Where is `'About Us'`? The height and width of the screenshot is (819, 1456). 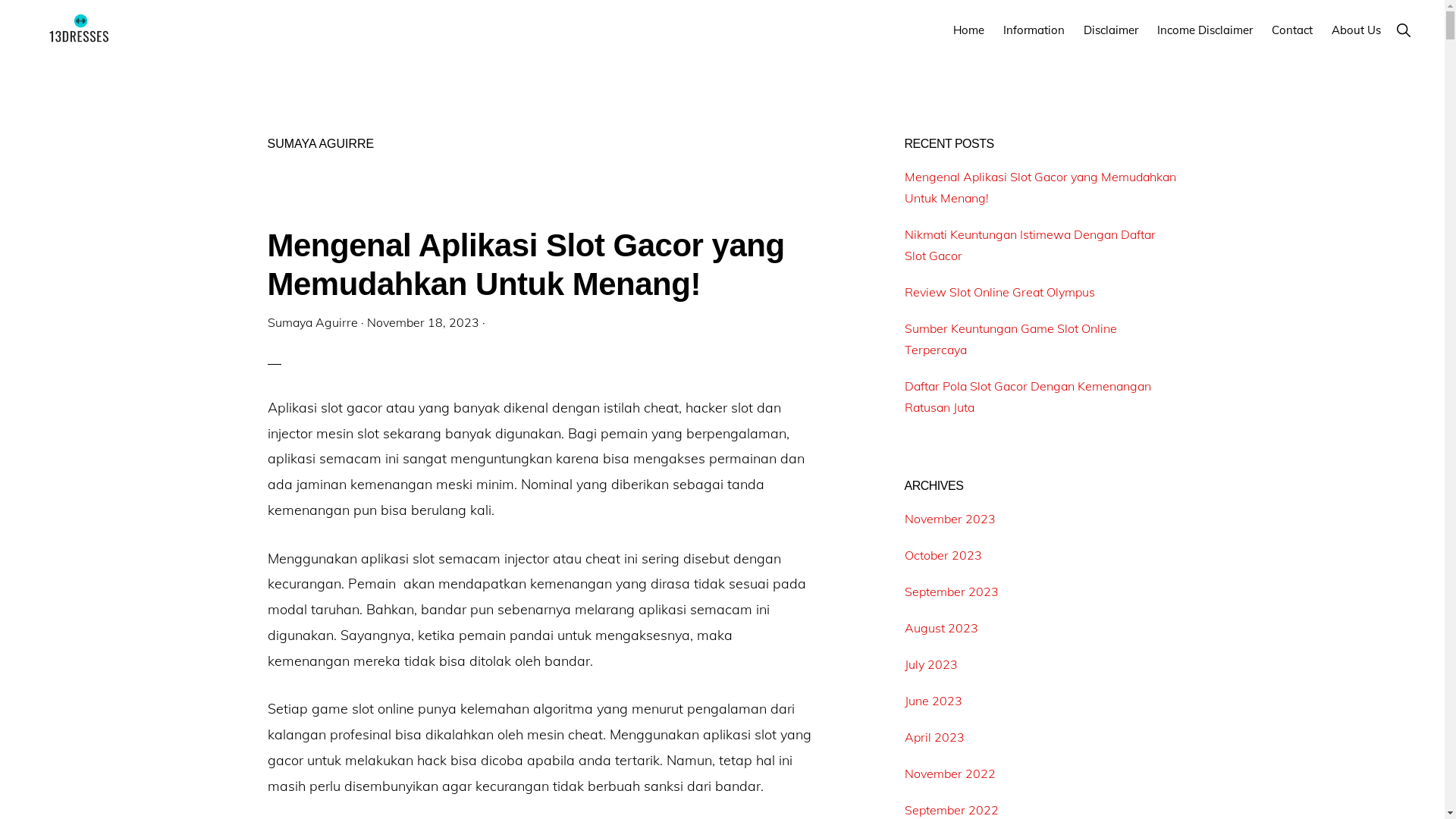 'About Us' is located at coordinates (1356, 30).